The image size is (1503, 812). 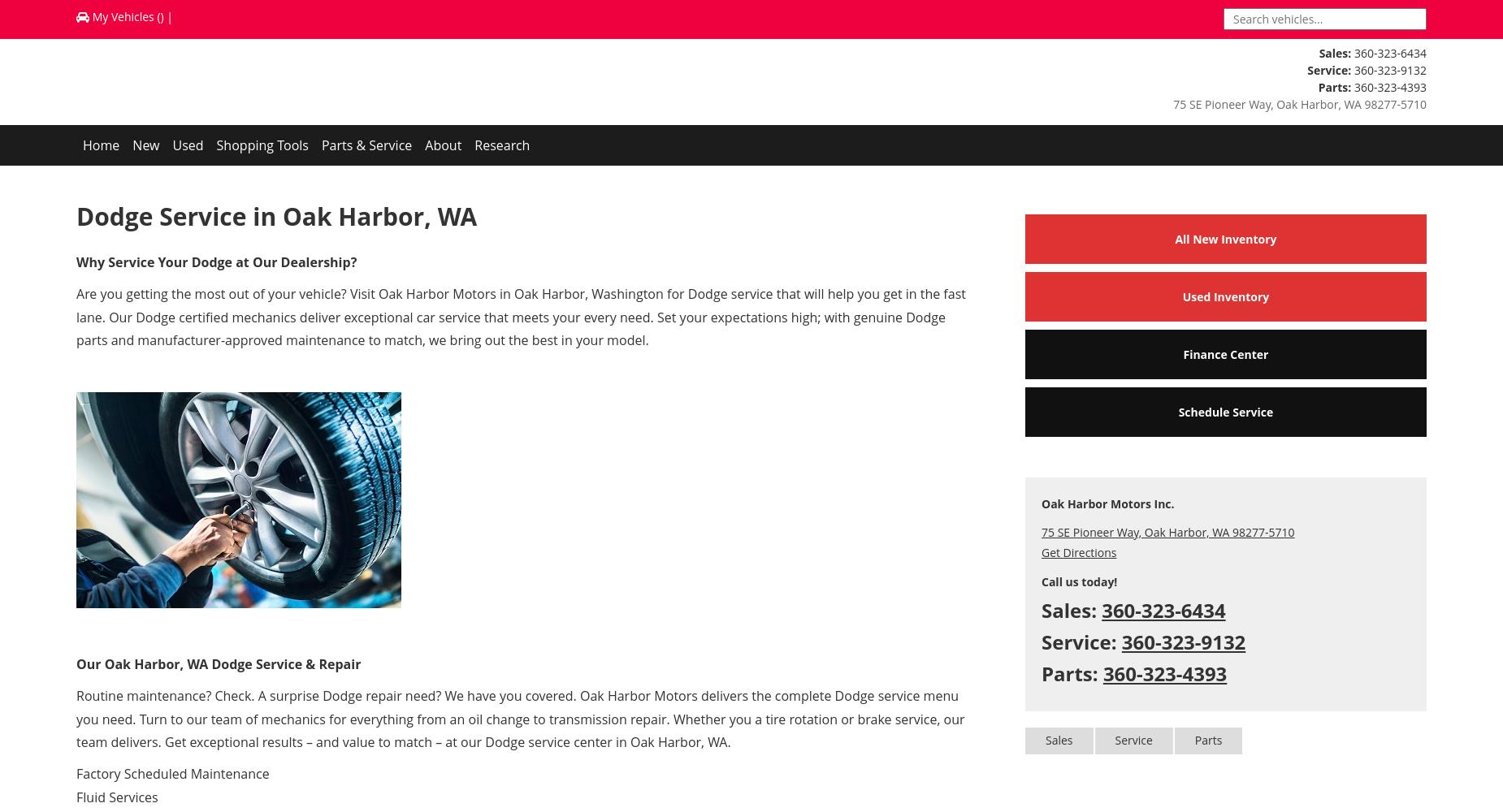 What do you see at coordinates (1077, 580) in the screenshot?
I see `'Call us today!'` at bounding box center [1077, 580].